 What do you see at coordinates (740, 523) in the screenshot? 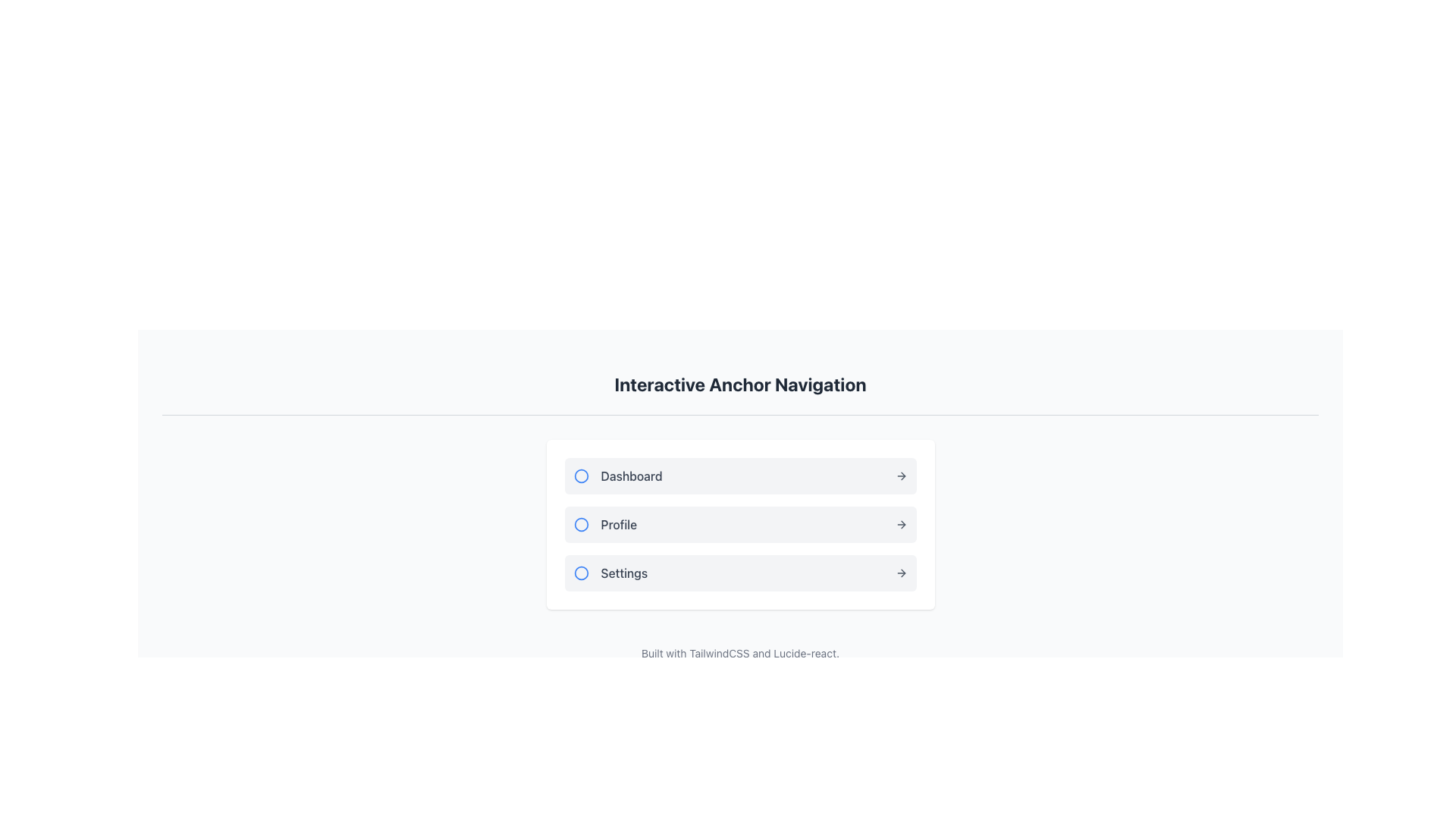
I see `the 'Profile' button, the second item in a vertical list of three, to trigger a visual change` at bounding box center [740, 523].